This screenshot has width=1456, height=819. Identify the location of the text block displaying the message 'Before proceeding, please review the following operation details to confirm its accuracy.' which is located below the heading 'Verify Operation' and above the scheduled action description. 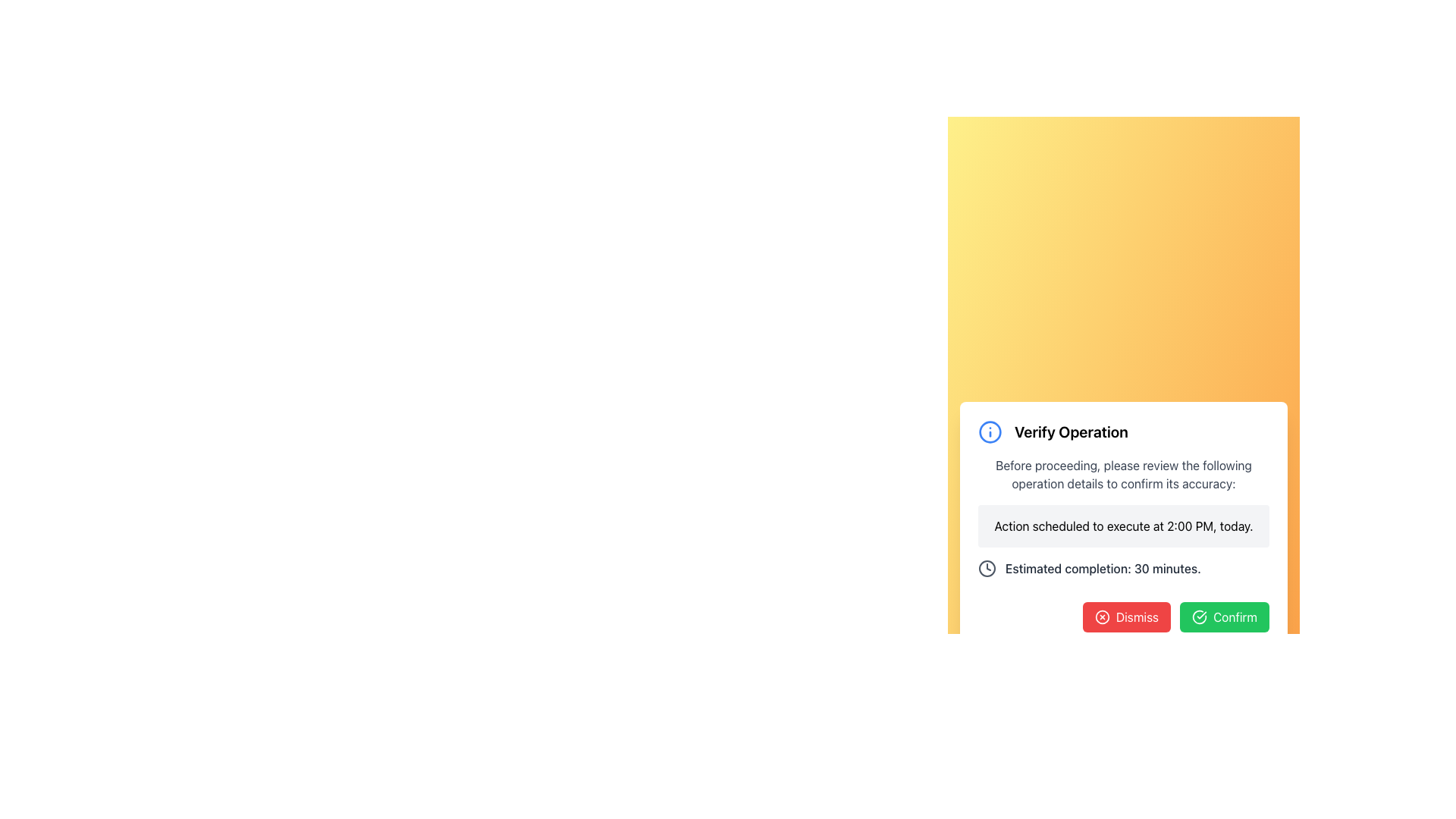
(1124, 473).